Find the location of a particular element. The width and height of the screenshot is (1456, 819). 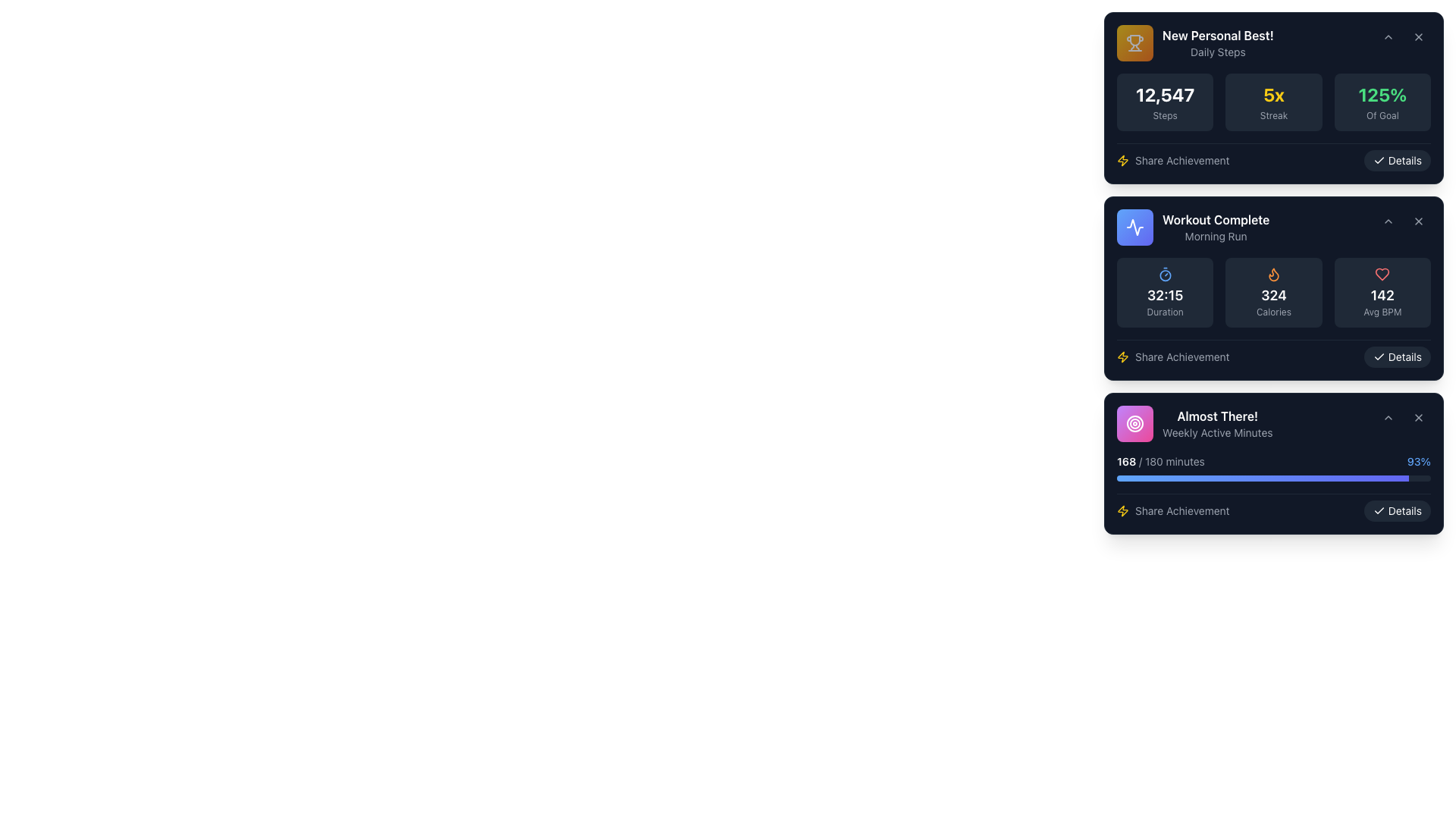

the Informational display showing '125%' in a bold, green font above 'Of Goal' on a dark gray rounded rectangle background, located in the third position of a horizontally aligned grid is located at coordinates (1382, 102).